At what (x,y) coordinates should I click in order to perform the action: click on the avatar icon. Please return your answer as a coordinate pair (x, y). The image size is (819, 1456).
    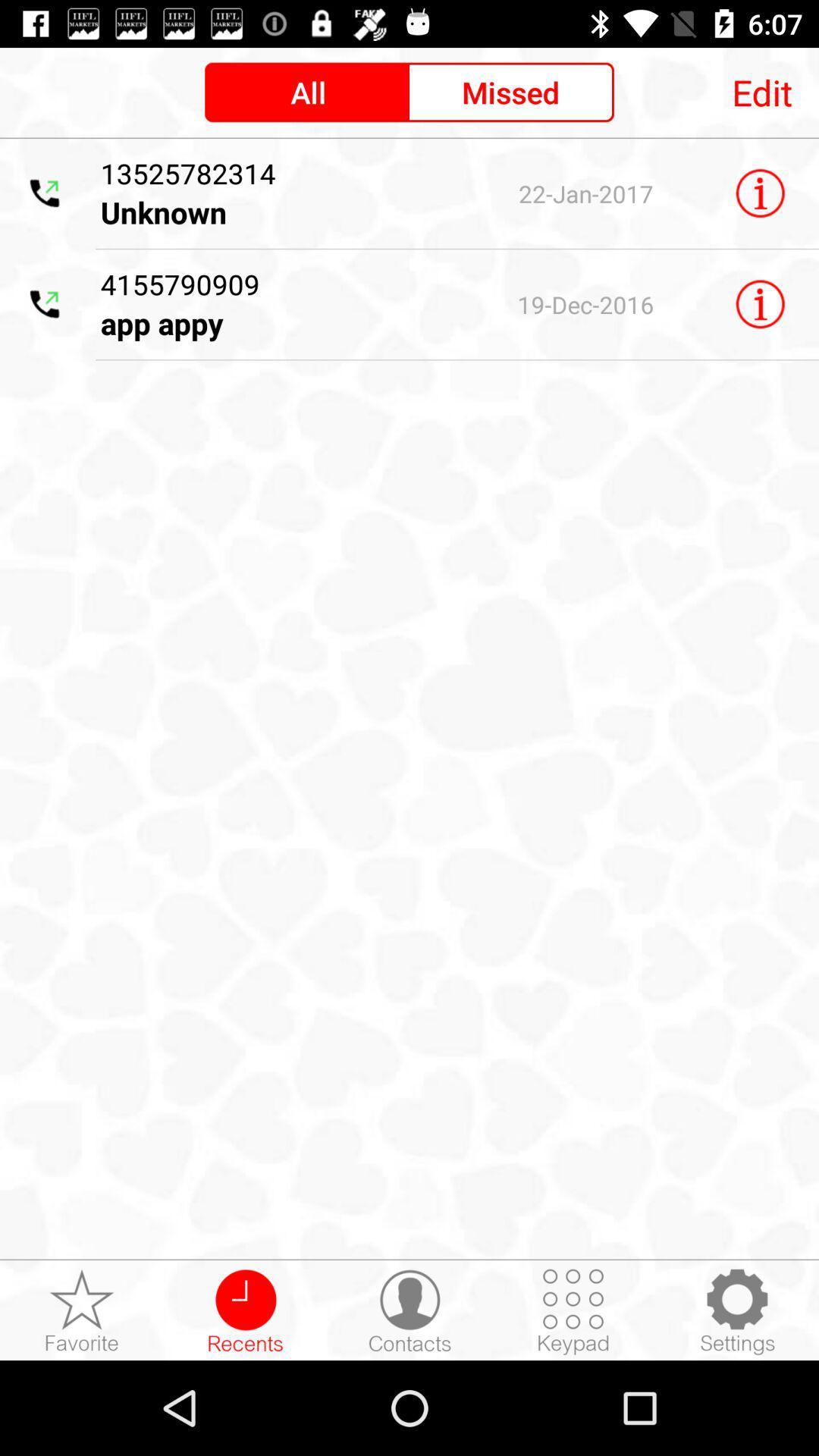
    Looking at the image, I should click on (409, 1310).